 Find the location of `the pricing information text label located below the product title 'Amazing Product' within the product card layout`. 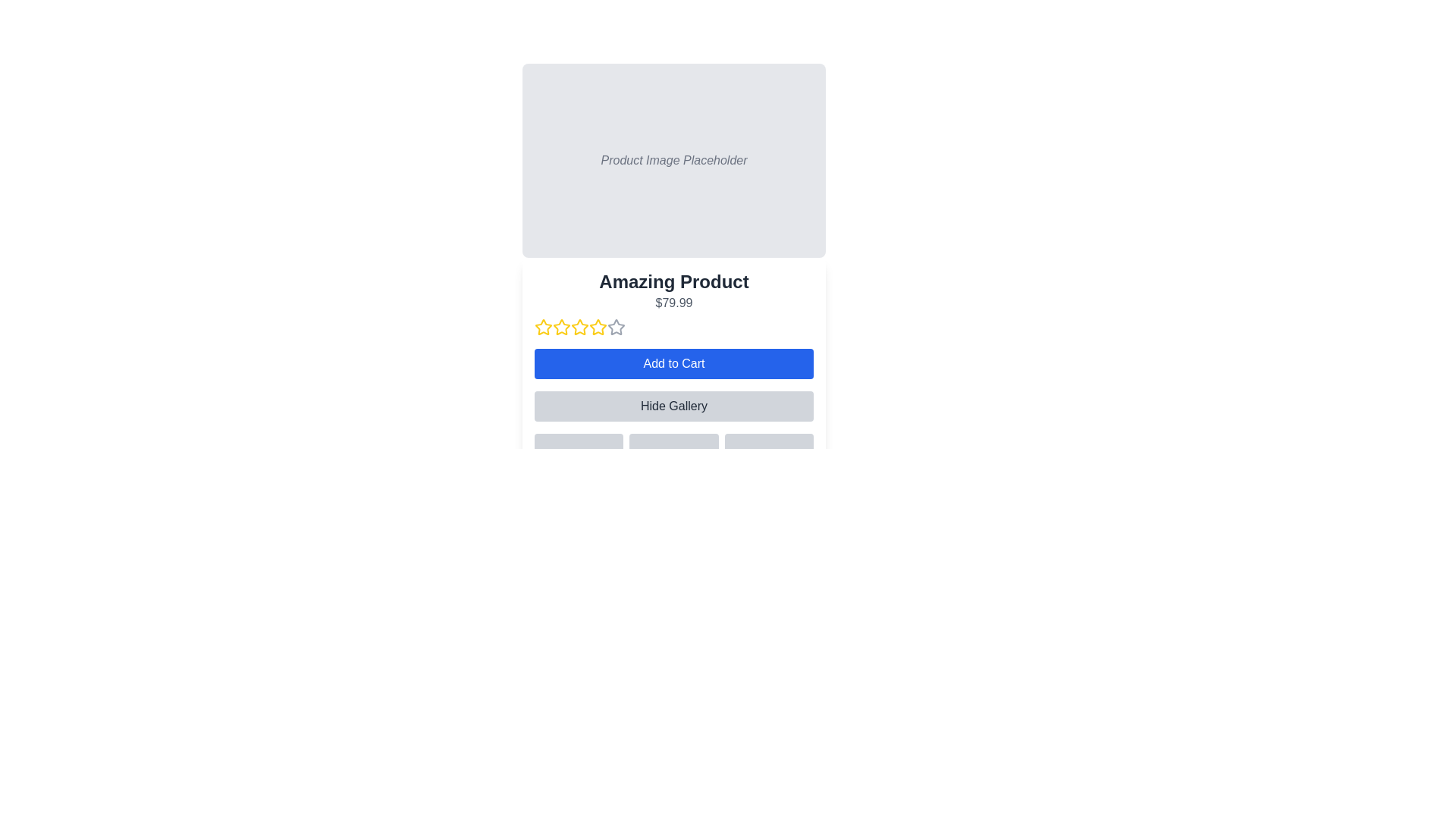

the pricing information text label located below the product title 'Amazing Product' within the product card layout is located at coordinates (673, 303).